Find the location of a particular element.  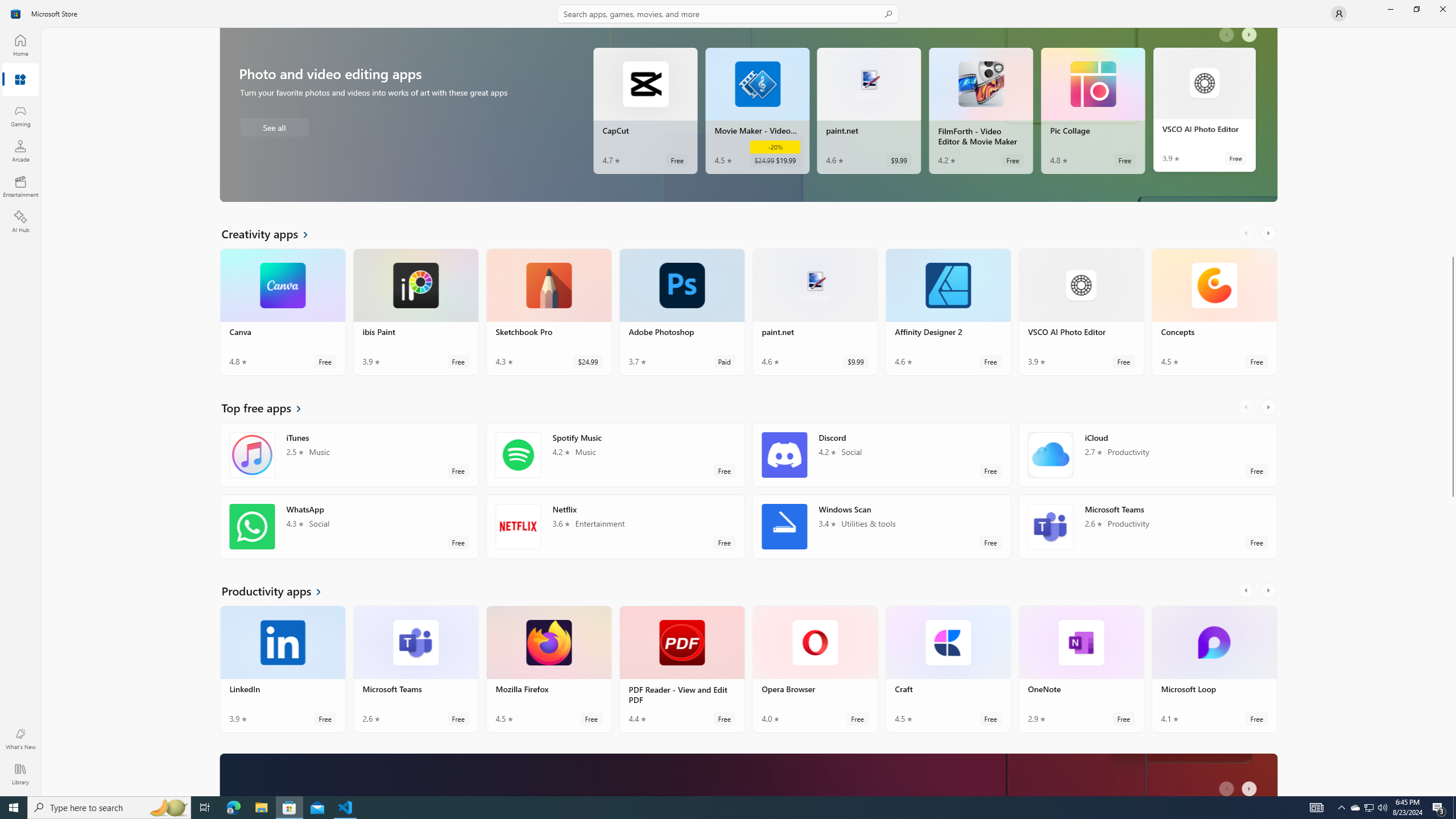

'Library' is located at coordinates (19, 773).